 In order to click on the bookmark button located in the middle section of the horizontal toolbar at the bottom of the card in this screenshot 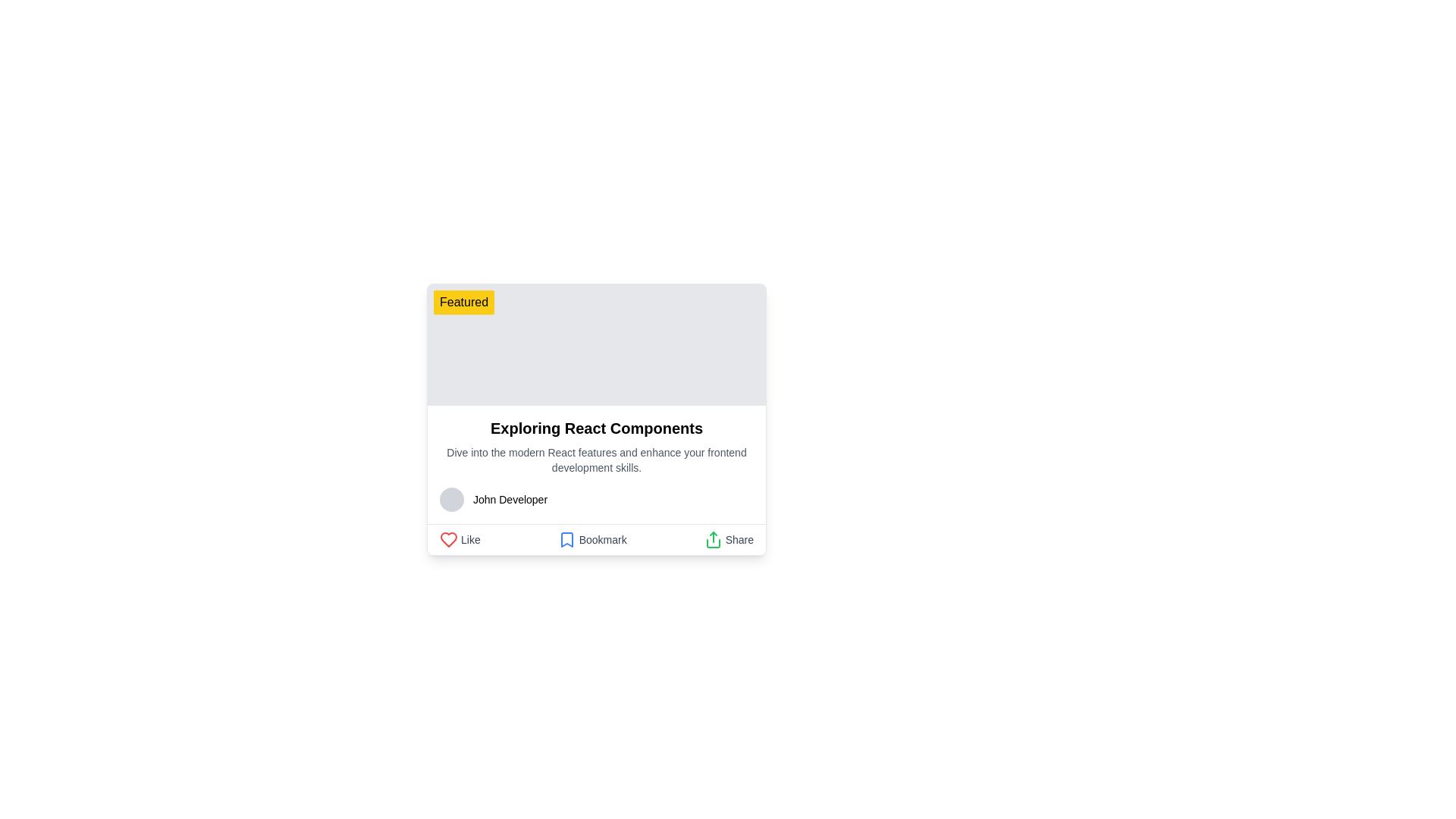, I will do `click(591, 539)`.